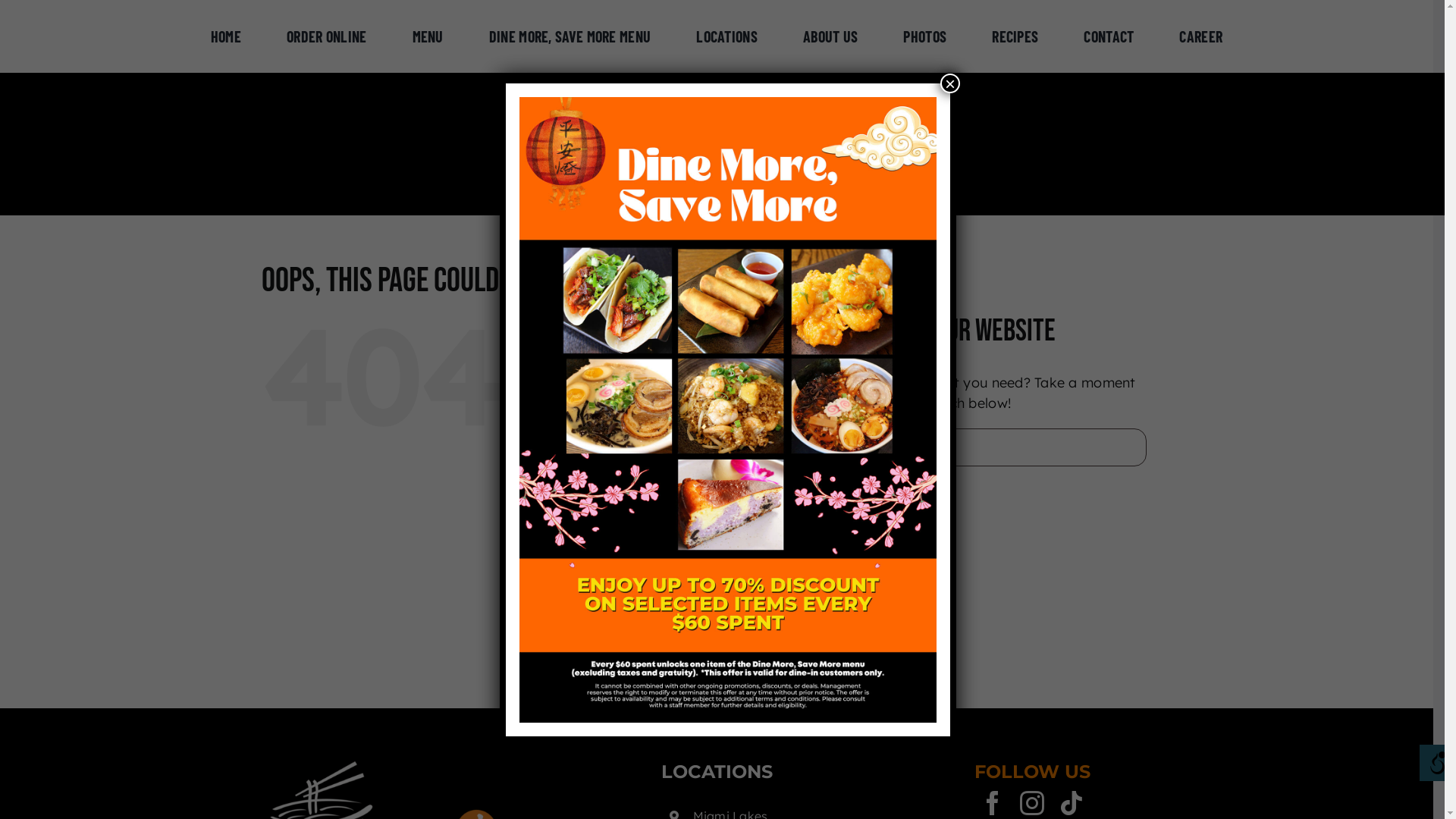  I want to click on 'Home', so click(654, 385).